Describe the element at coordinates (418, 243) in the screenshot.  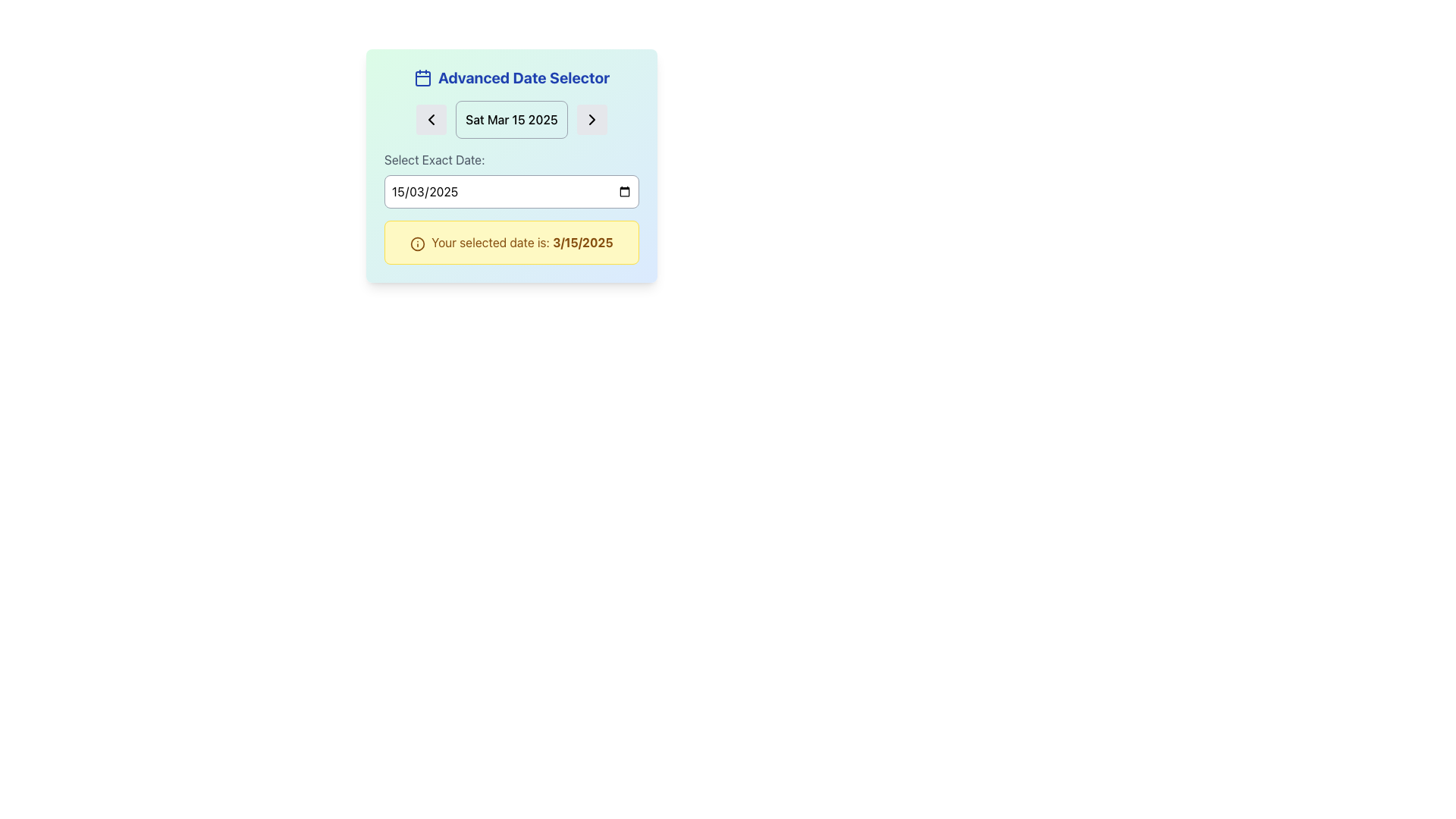
I see `the decorative hollow circle component of the SVG icon, located slightly to the left of the 'Advanced Date Selector' text` at that location.